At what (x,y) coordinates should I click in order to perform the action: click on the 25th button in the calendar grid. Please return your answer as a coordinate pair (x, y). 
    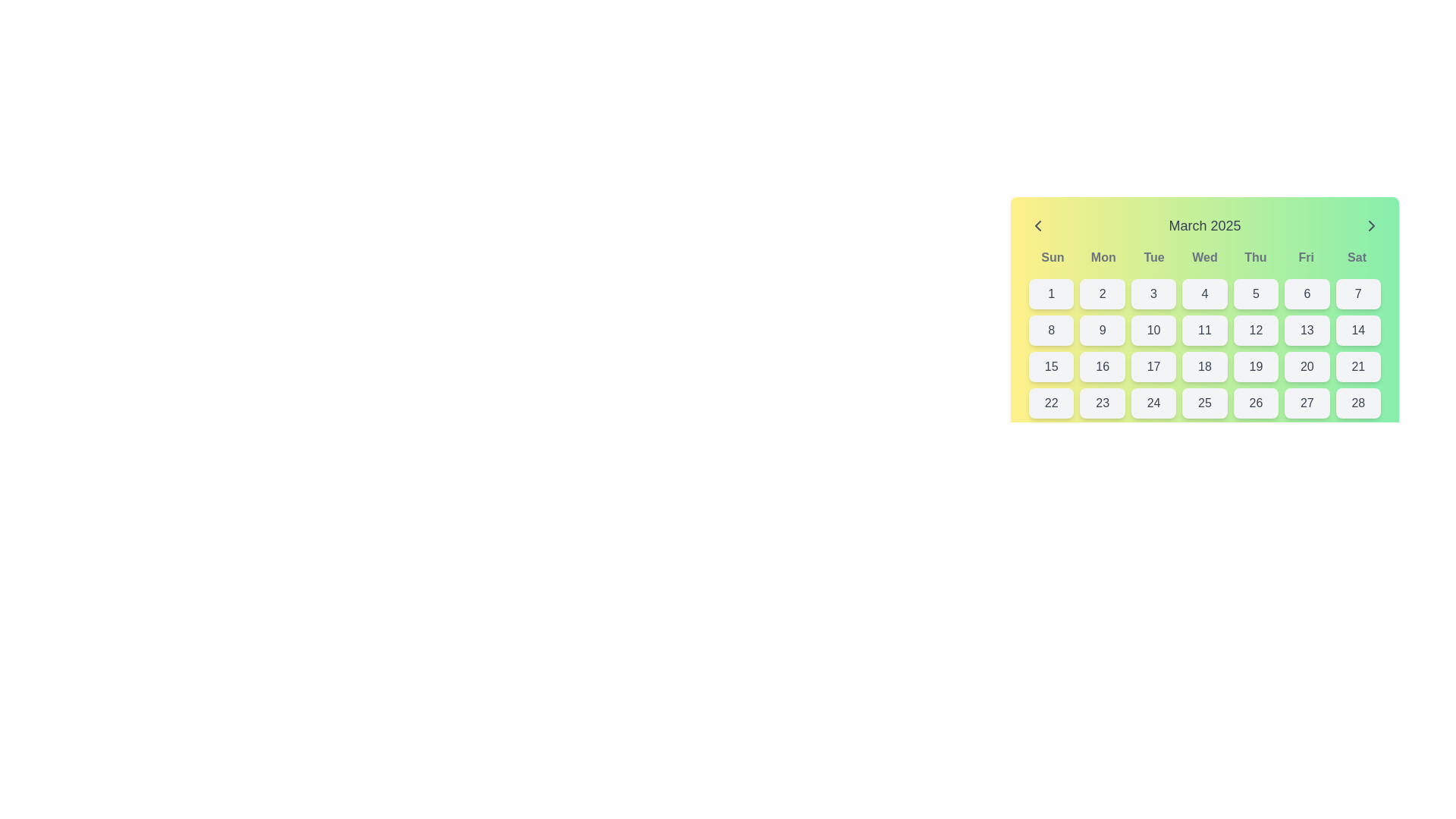
    Looking at the image, I should click on (1203, 403).